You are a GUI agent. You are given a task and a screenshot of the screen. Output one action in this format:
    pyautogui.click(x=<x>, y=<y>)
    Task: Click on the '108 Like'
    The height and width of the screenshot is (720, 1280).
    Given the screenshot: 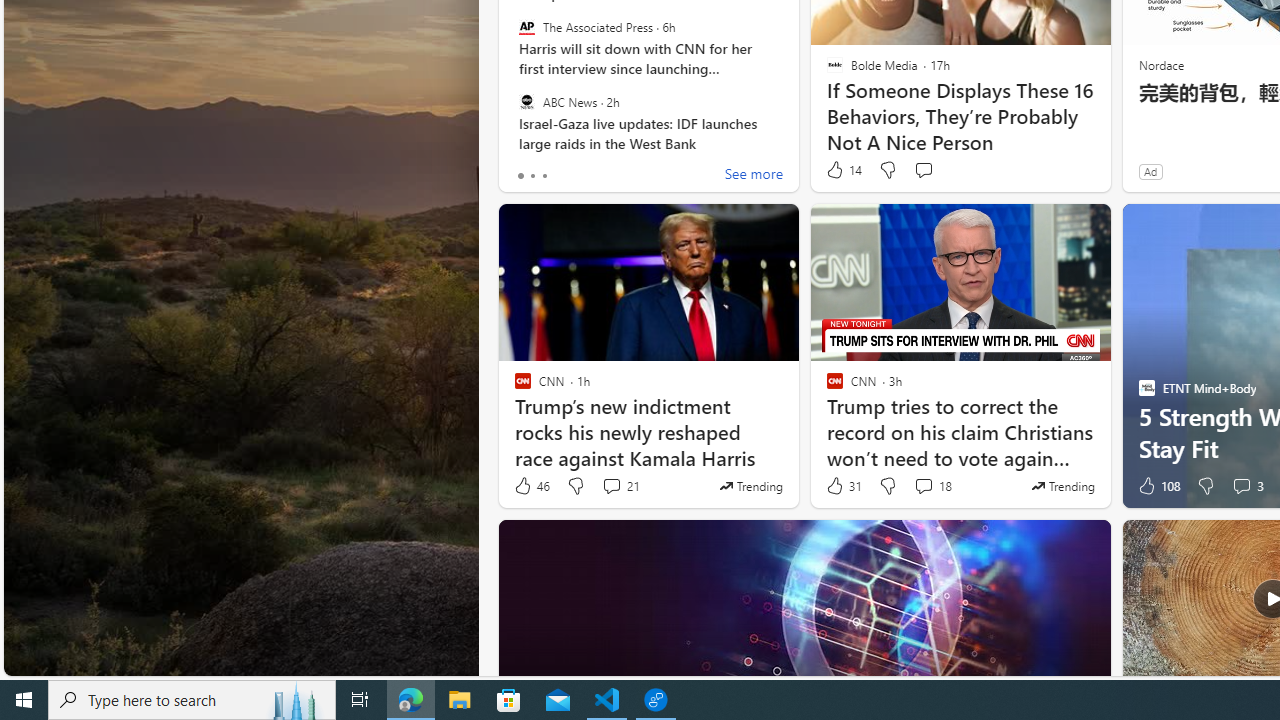 What is the action you would take?
    pyautogui.click(x=1157, y=486)
    